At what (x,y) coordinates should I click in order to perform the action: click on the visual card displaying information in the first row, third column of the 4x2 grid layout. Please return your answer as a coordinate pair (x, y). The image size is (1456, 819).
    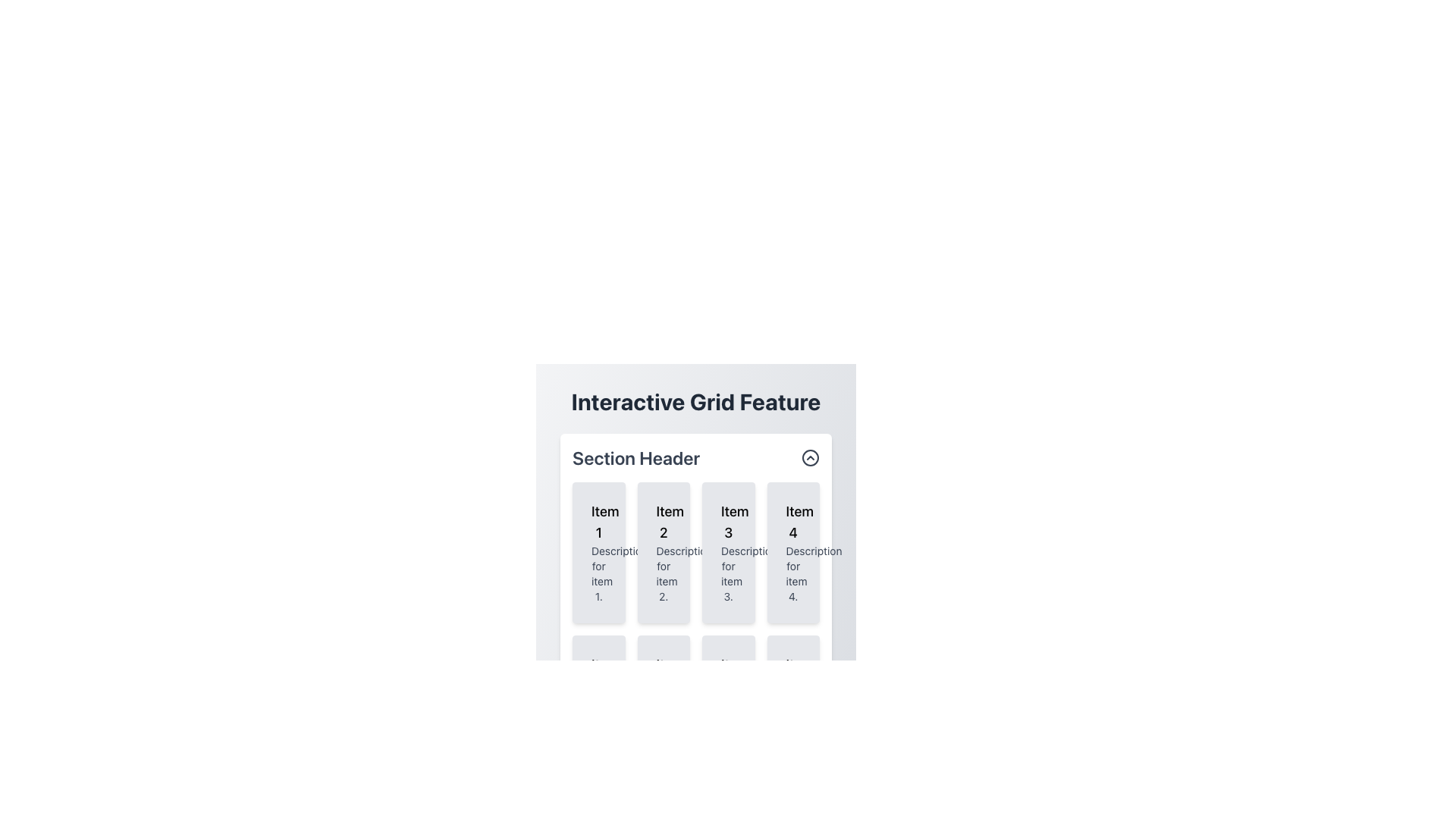
    Looking at the image, I should click on (728, 553).